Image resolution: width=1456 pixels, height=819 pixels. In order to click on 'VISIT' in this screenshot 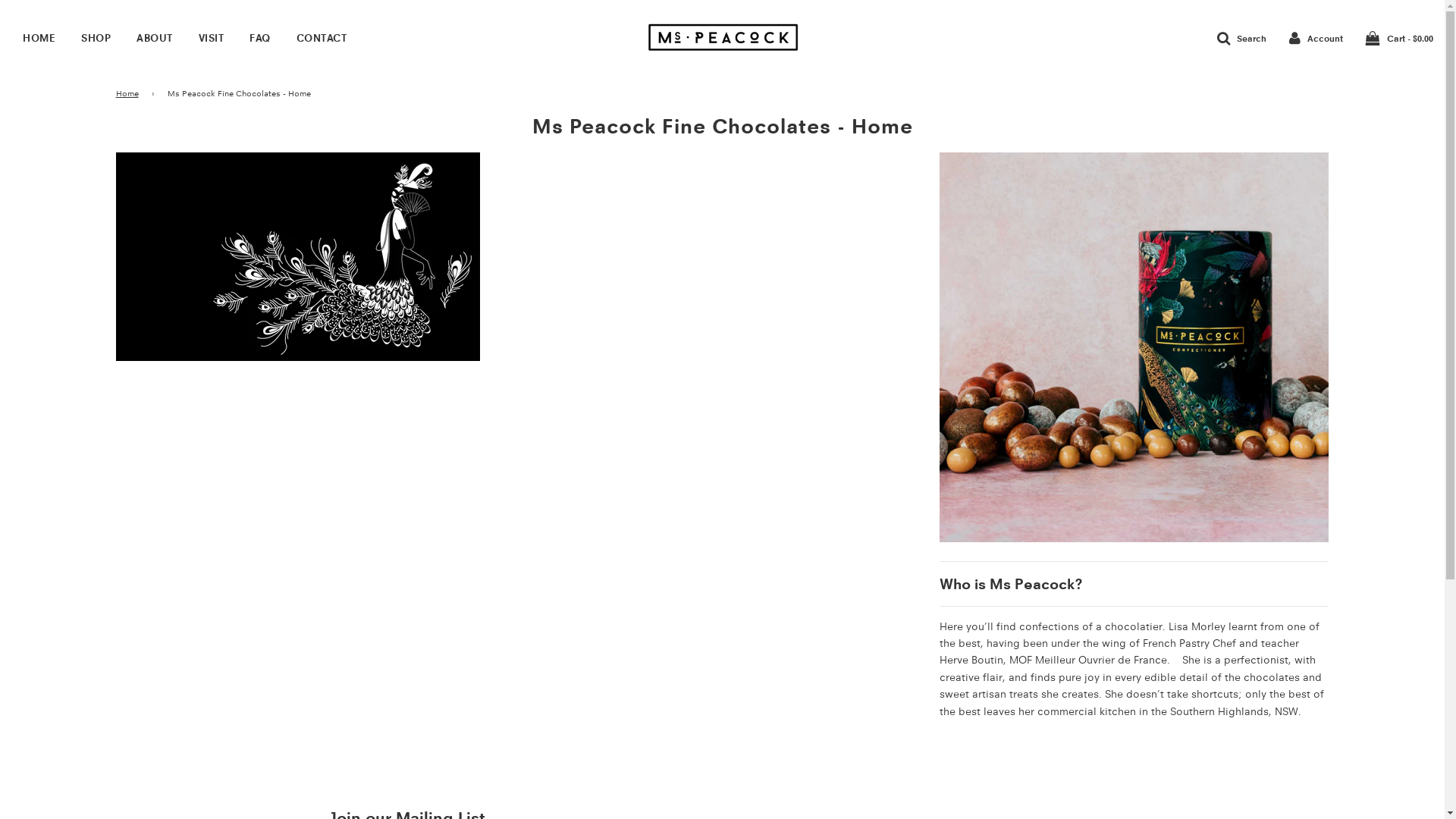, I will do `click(185, 37)`.